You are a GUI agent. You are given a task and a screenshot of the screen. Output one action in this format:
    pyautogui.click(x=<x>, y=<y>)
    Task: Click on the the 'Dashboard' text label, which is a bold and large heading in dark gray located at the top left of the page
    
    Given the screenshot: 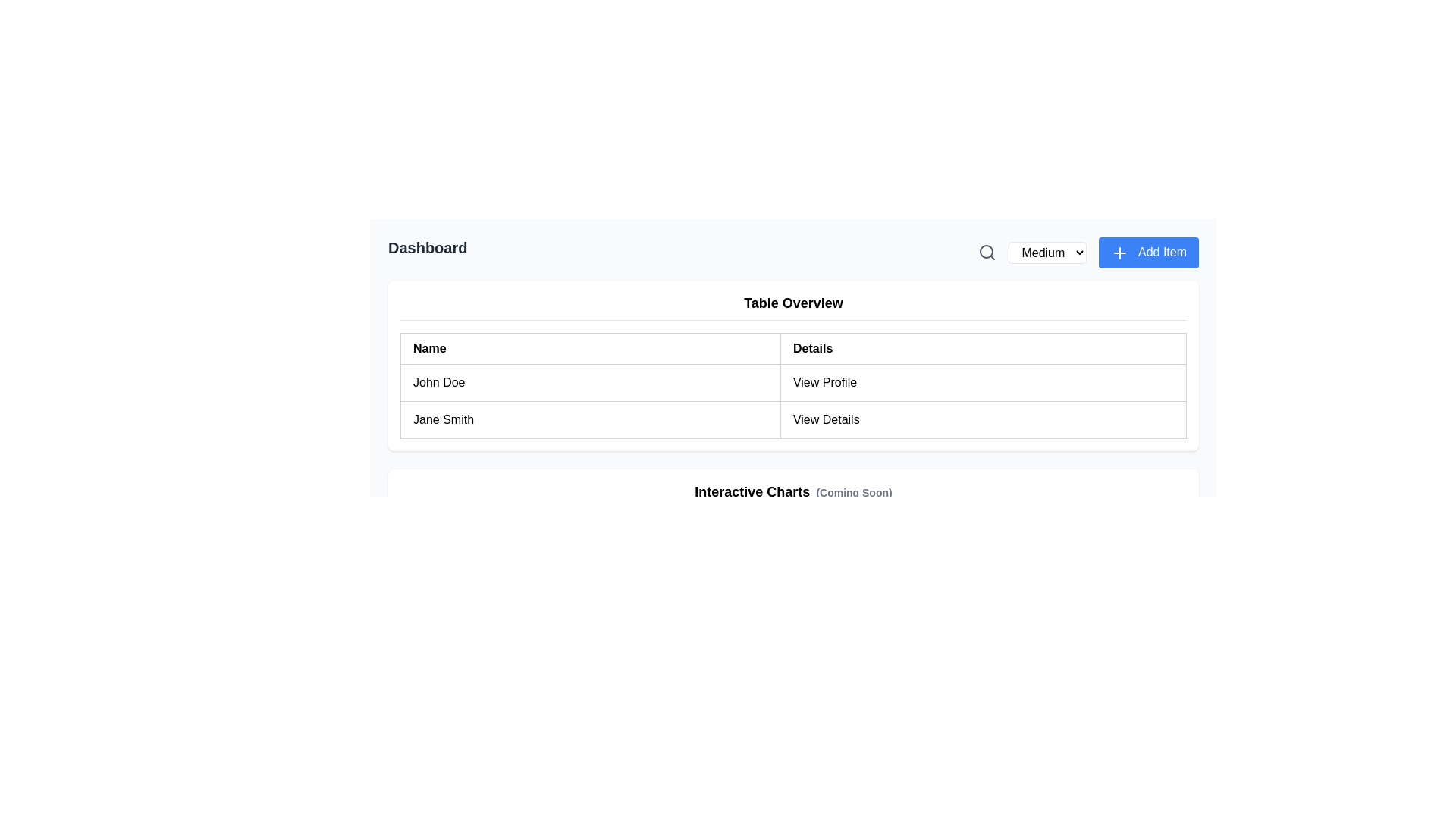 What is the action you would take?
    pyautogui.click(x=427, y=252)
    